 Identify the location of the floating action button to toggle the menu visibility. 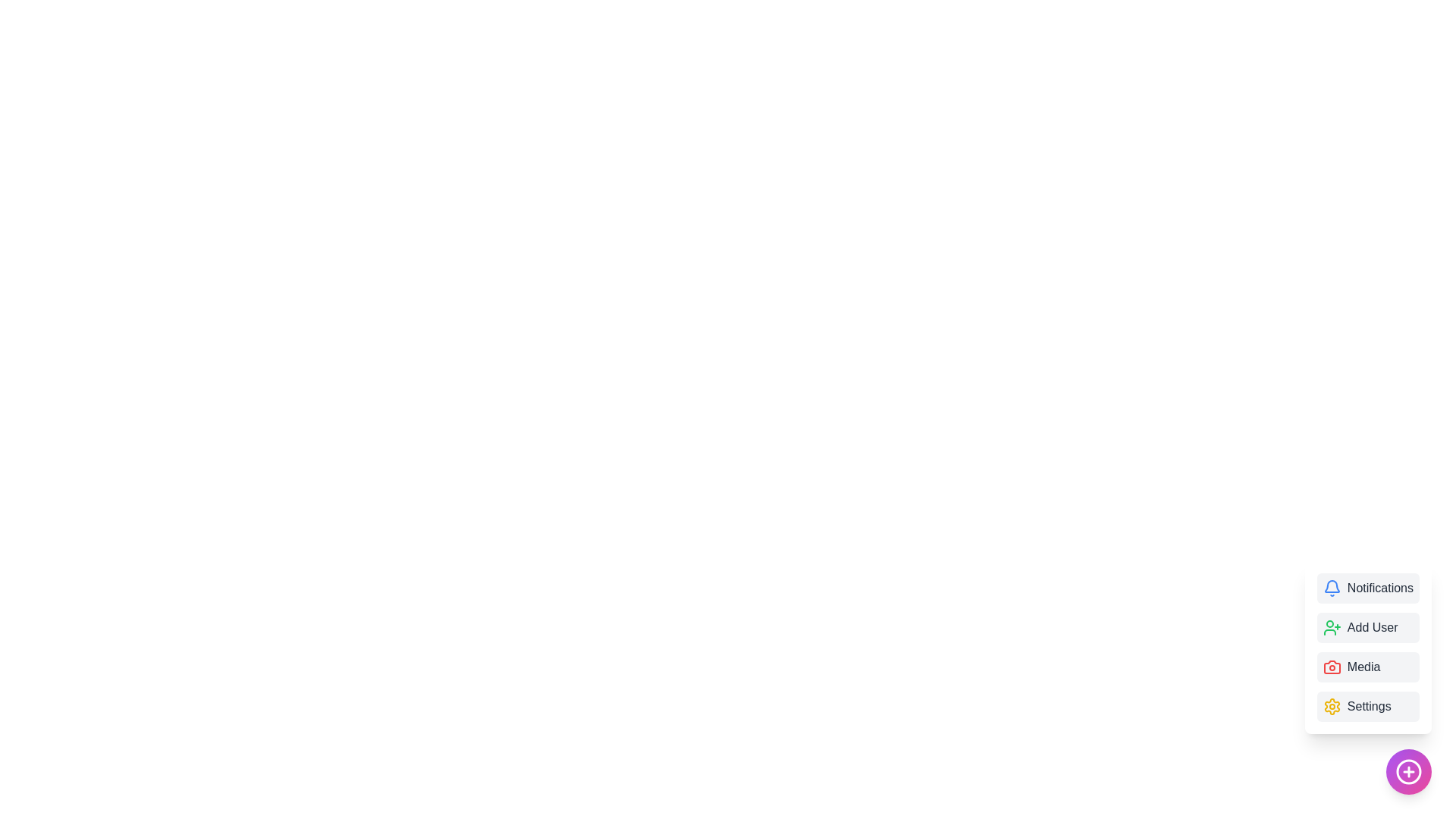
(1407, 772).